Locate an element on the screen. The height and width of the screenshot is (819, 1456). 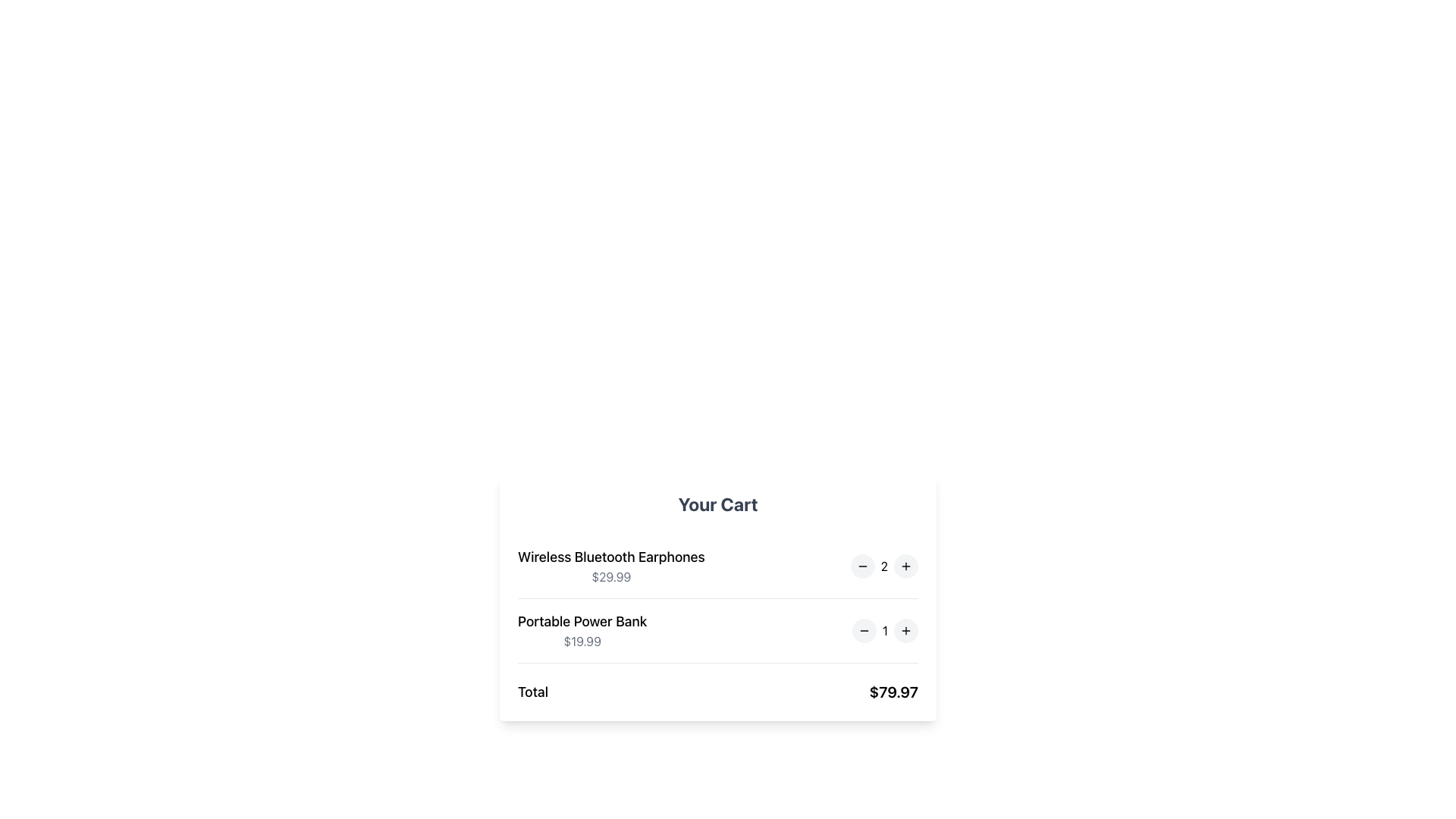
the gray-colored static text displaying the dollar value '$19.99', which is positioned below the product title 'Portable Power Bank' in the cart interface is located at coordinates (582, 641).